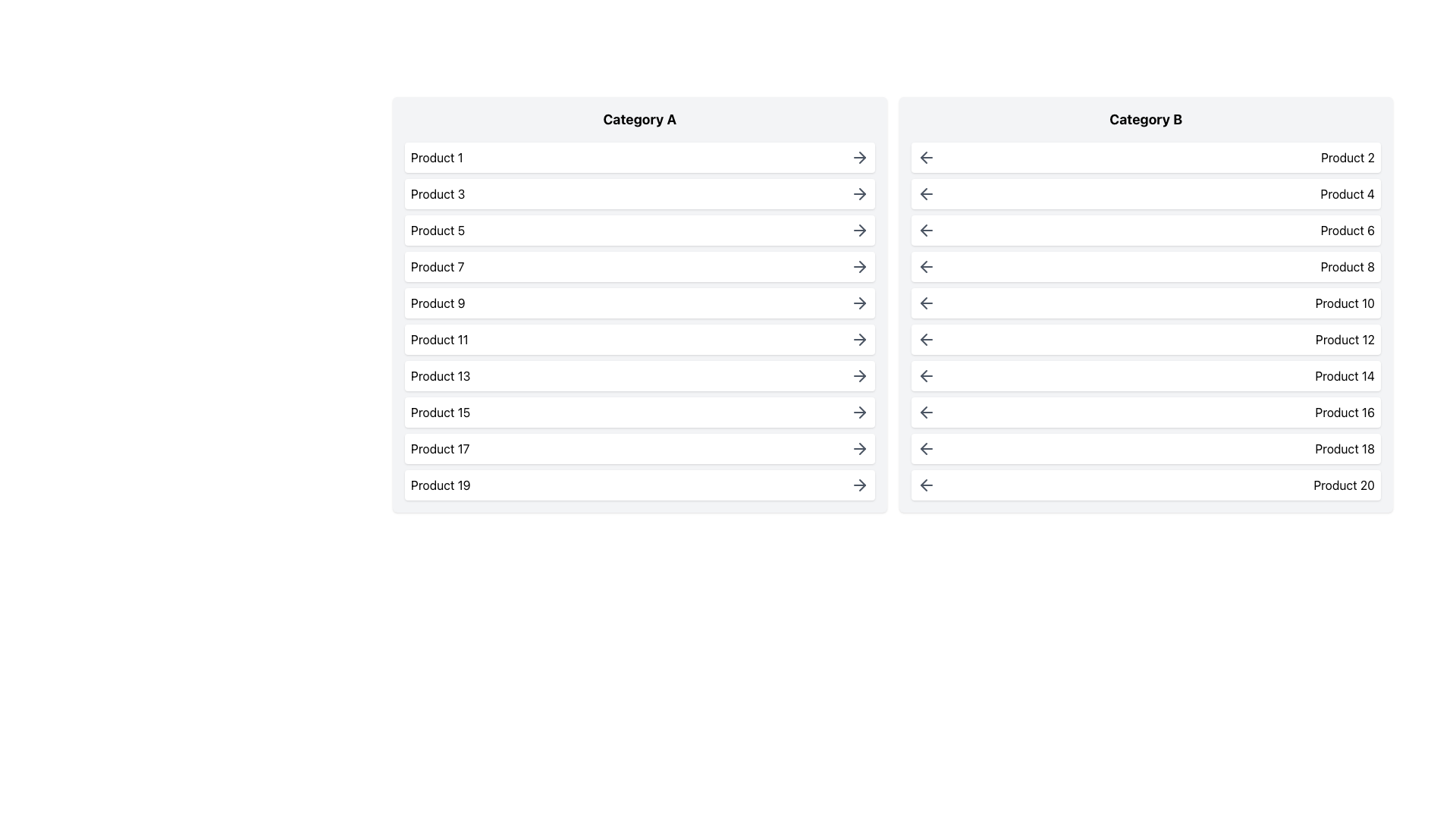 The image size is (1456, 819). Describe the element at coordinates (862, 158) in the screenshot. I see `keyboard navigation` at that location.